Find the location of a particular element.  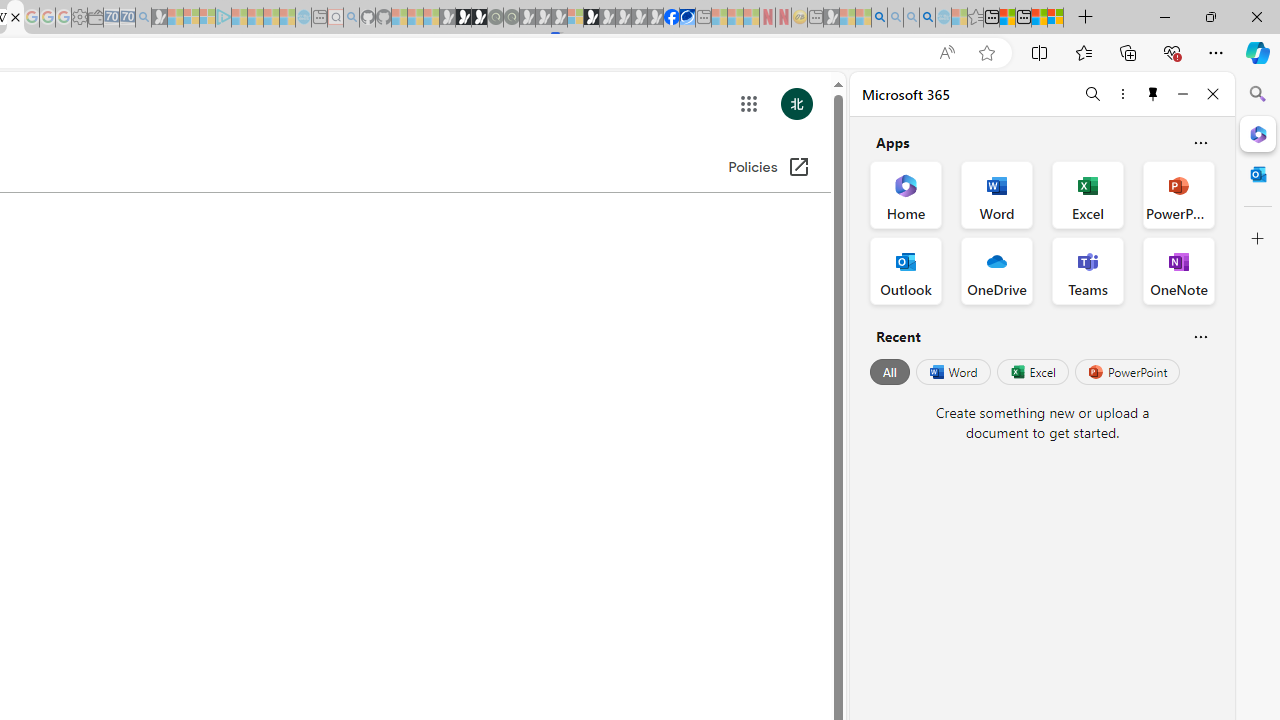

'Sign in to your account - Sleeping' is located at coordinates (574, 17).